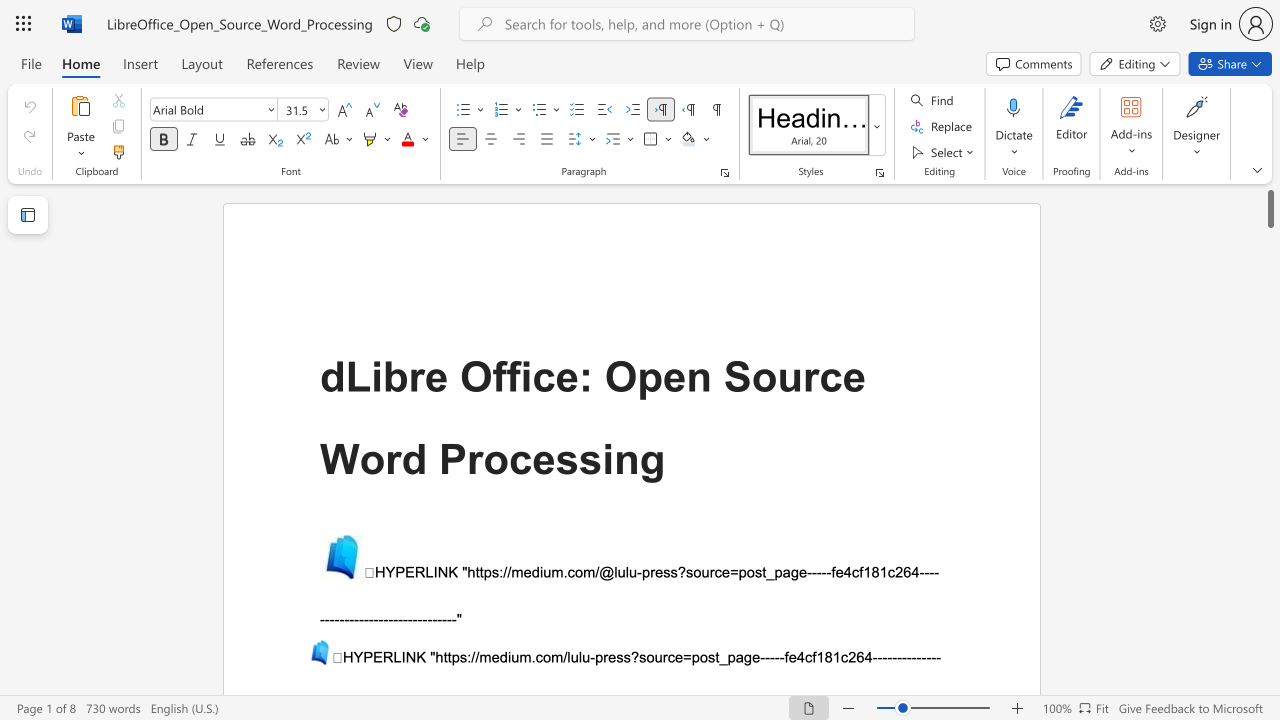  I want to click on the scrollbar to adjust the page downward, so click(1269, 328).